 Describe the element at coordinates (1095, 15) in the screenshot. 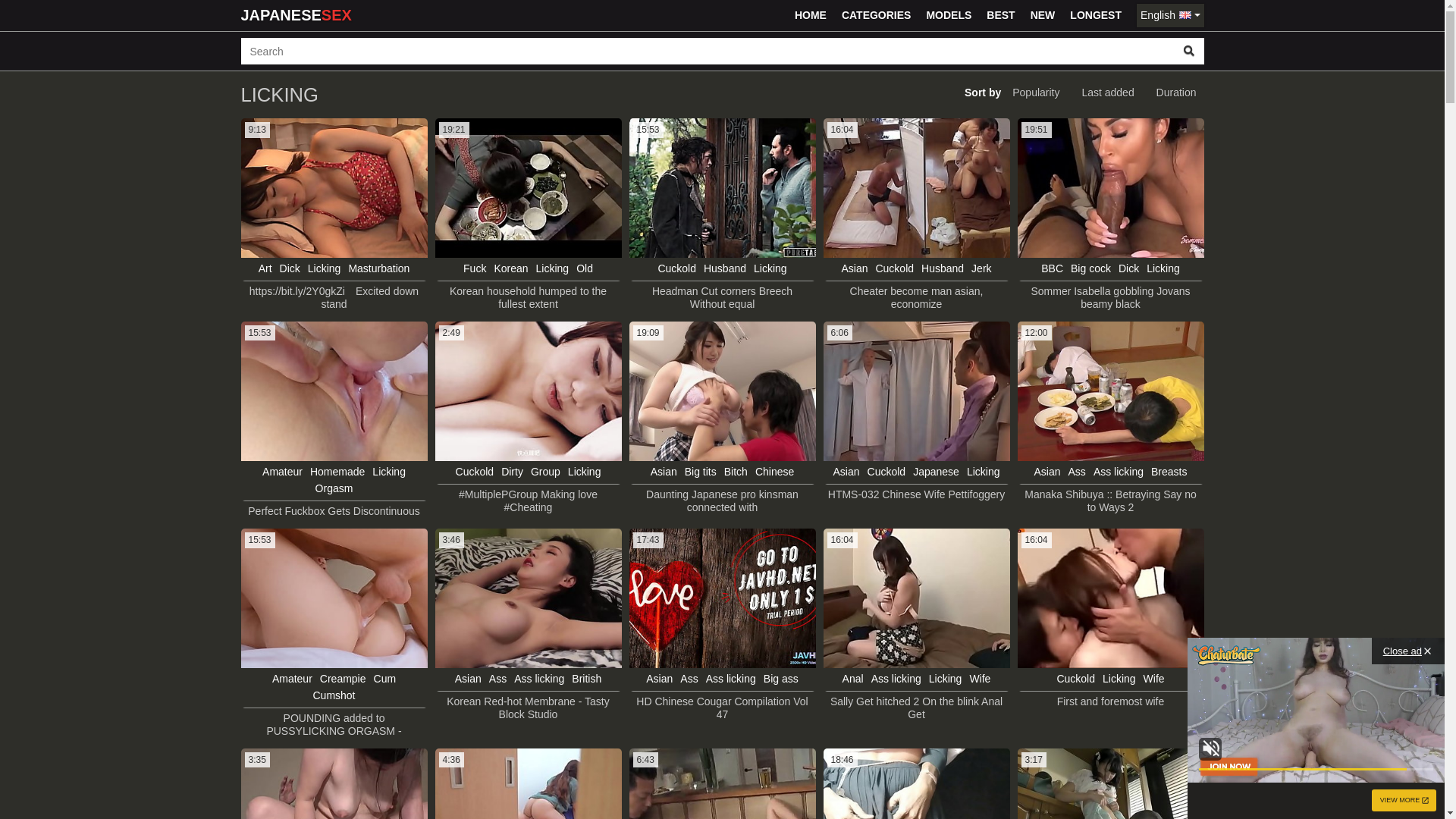

I see `'LONGEST'` at that location.